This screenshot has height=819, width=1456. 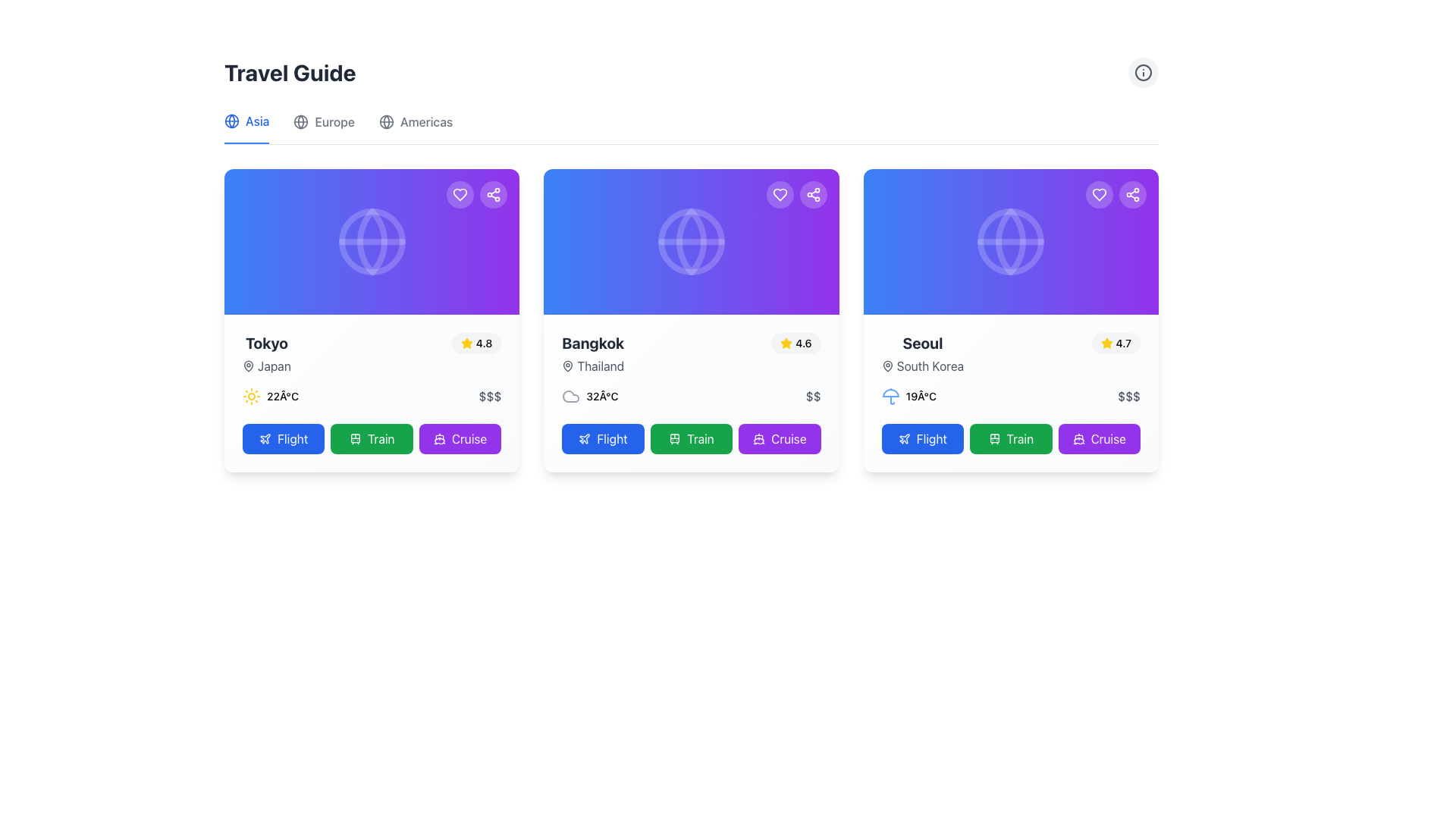 What do you see at coordinates (908, 396) in the screenshot?
I see `text value displayed in the weather information component for Seoul, located just below the main card title and subtitle` at bounding box center [908, 396].